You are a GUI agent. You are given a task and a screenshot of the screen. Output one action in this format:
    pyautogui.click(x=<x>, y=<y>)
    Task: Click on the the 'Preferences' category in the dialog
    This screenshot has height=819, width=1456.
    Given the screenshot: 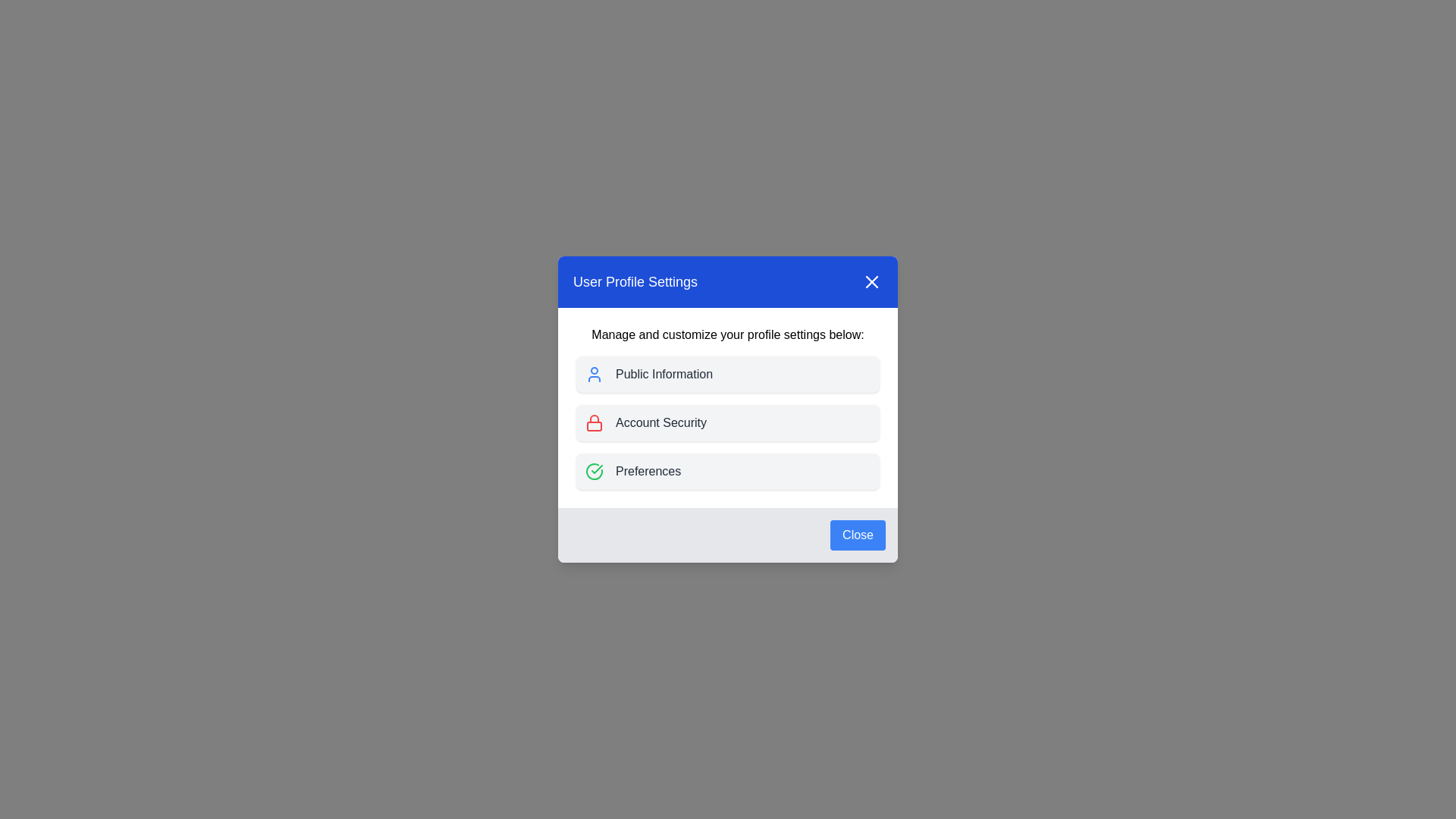 What is the action you would take?
    pyautogui.click(x=728, y=470)
    